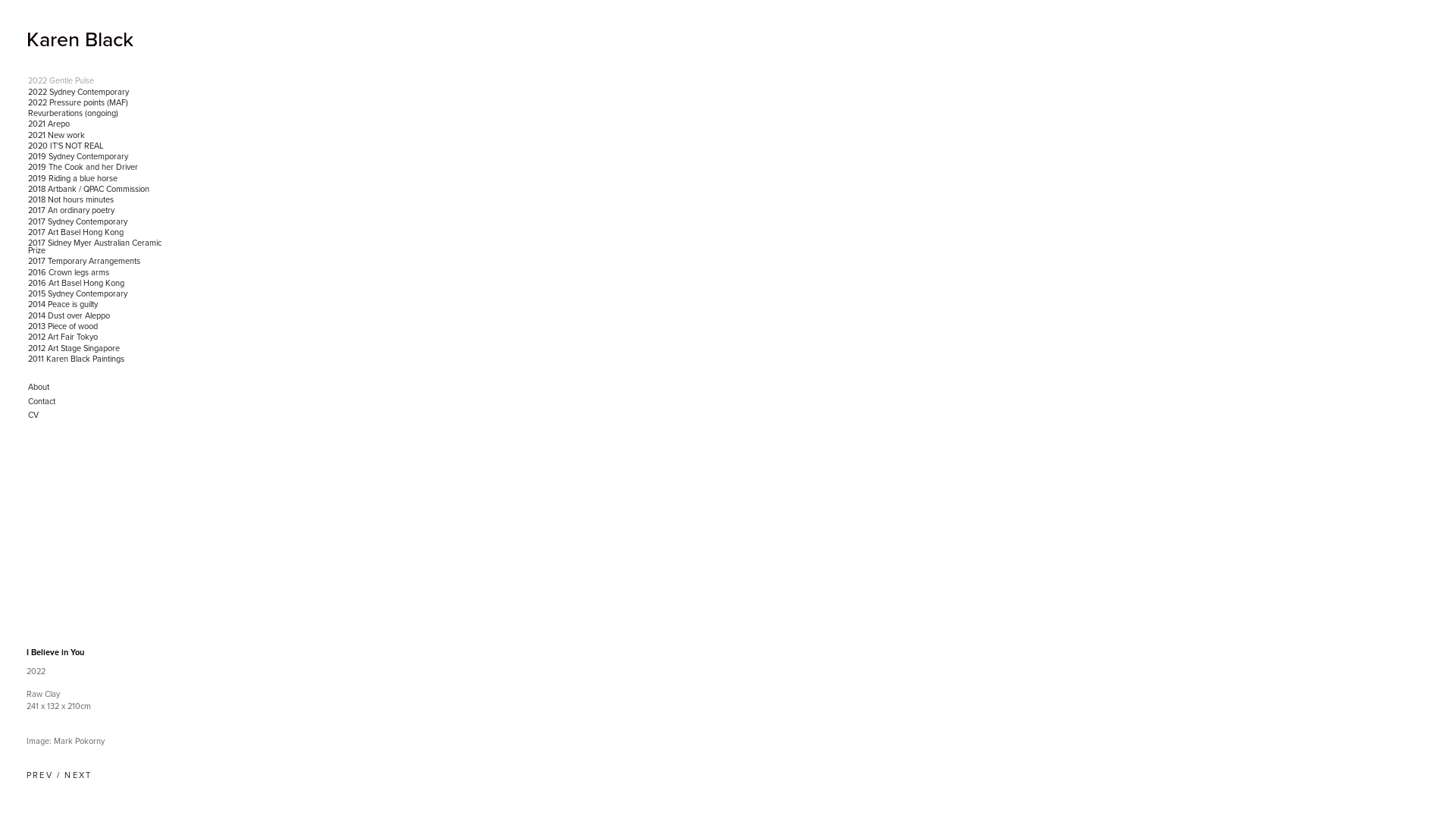 This screenshot has height=819, width=1456. I want to click on '2017 Sydney Contemporary', so click(26, 222).